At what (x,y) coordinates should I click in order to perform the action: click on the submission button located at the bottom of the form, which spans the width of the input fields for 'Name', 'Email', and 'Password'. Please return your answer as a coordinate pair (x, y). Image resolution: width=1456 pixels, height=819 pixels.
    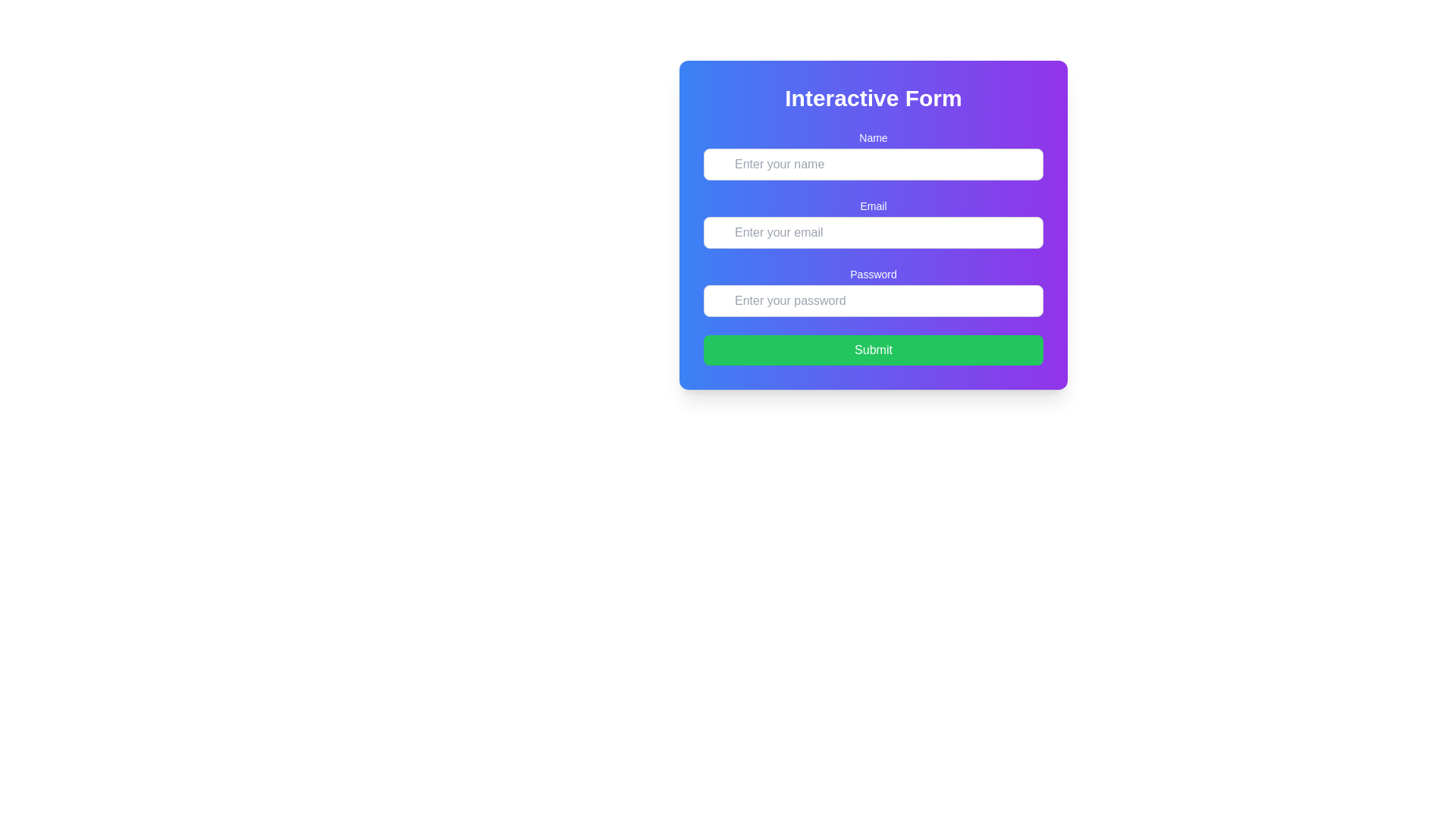
    Looking at the image, I should click on (874, 350).